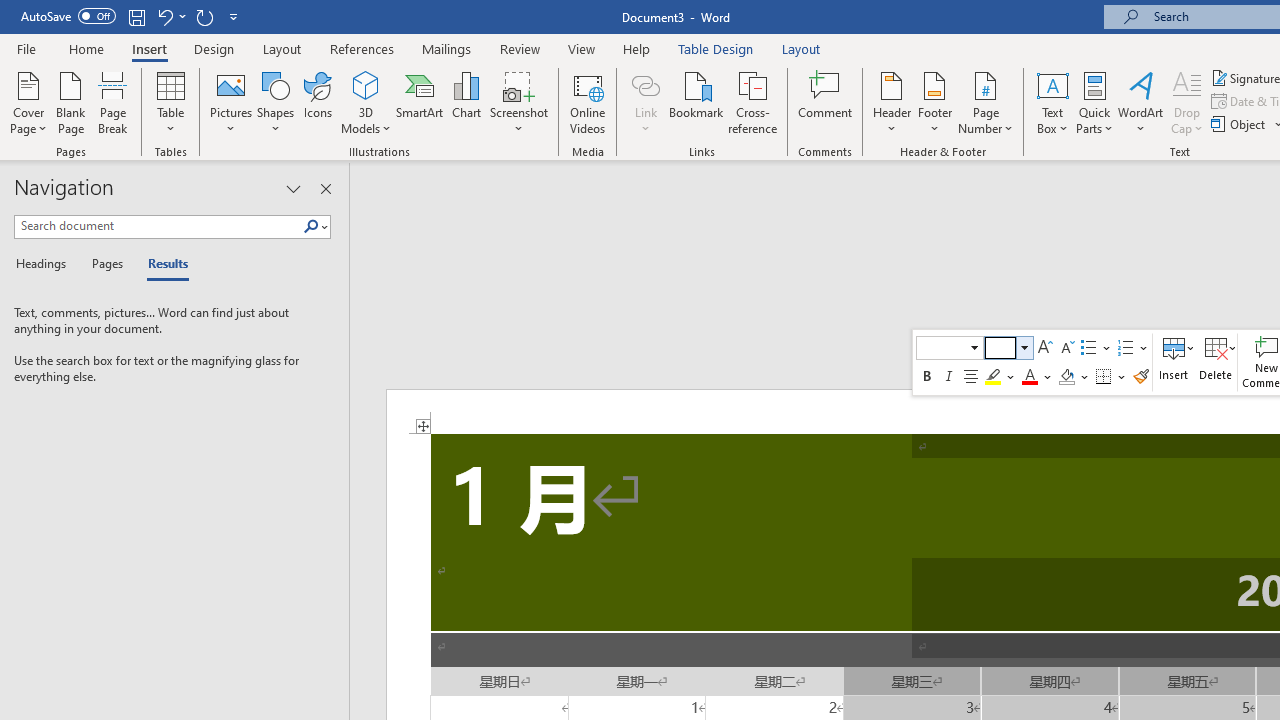  What do you see at coordinates (112, 103) in the screenshot?
I see `'Page Break'` at bounding box center [112, 103].